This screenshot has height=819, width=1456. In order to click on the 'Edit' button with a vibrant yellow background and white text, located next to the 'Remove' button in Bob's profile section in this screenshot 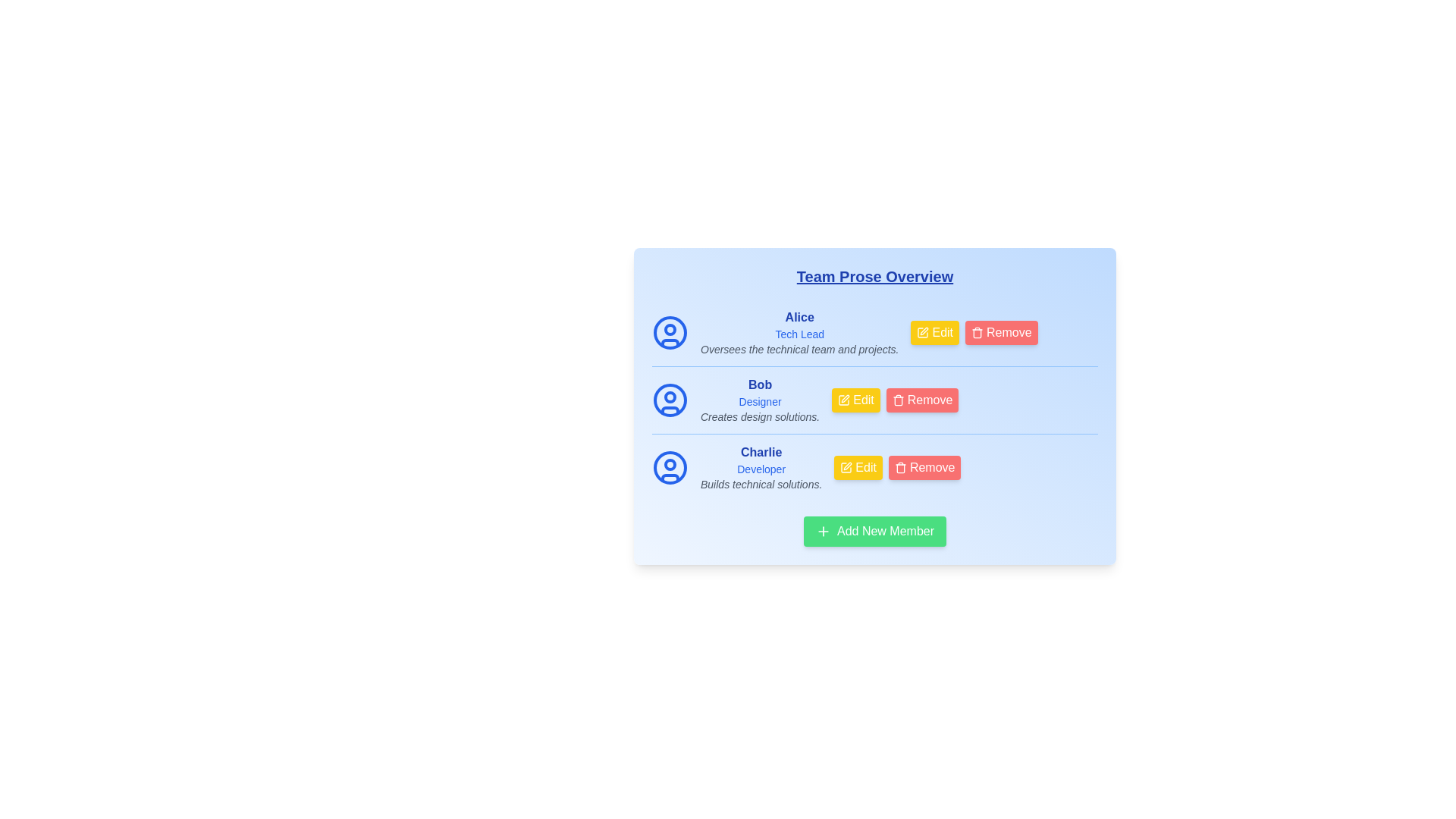, I will do `click(855, 400)`.